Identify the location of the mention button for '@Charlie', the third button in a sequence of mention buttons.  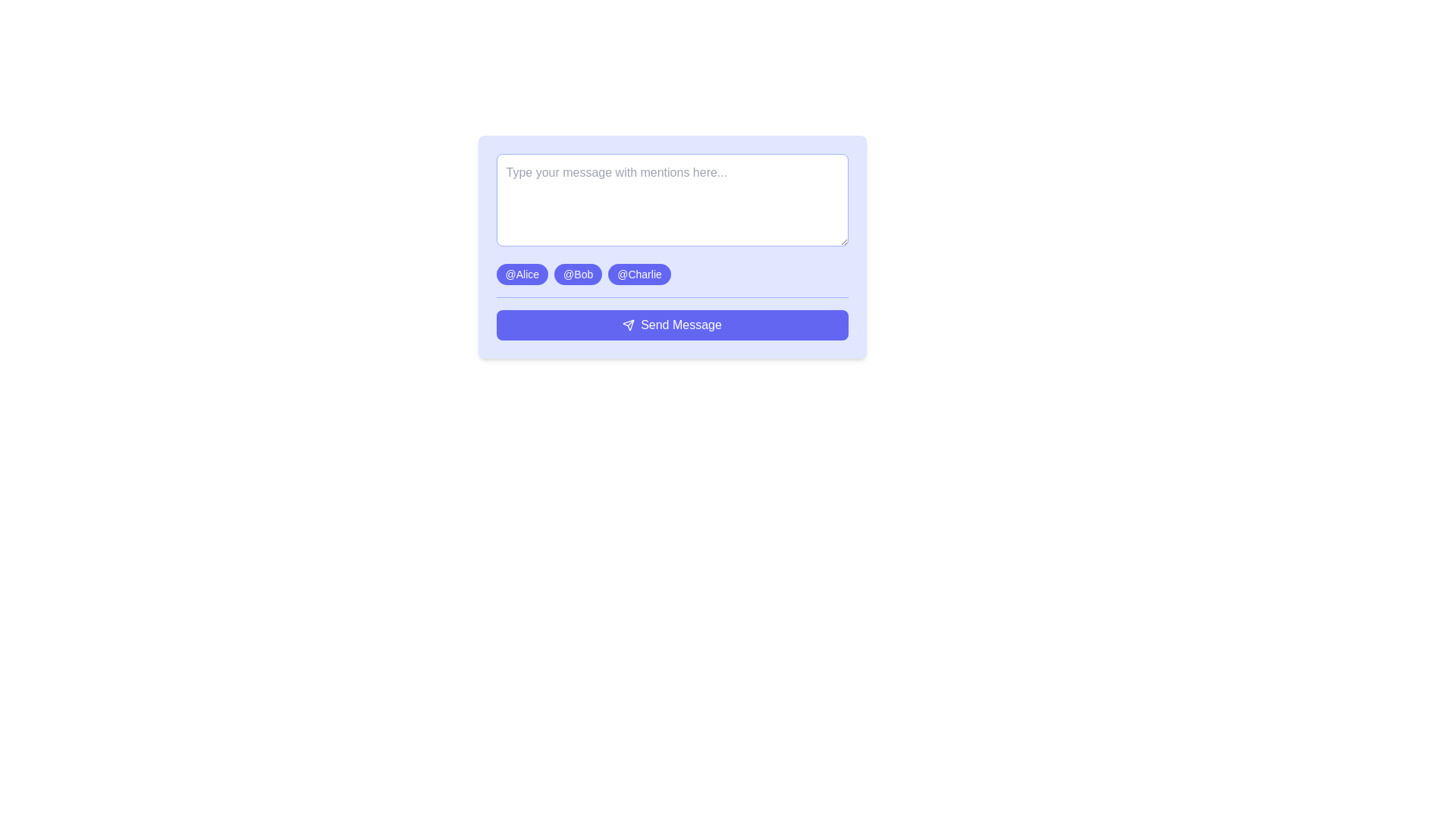
(639, 275).